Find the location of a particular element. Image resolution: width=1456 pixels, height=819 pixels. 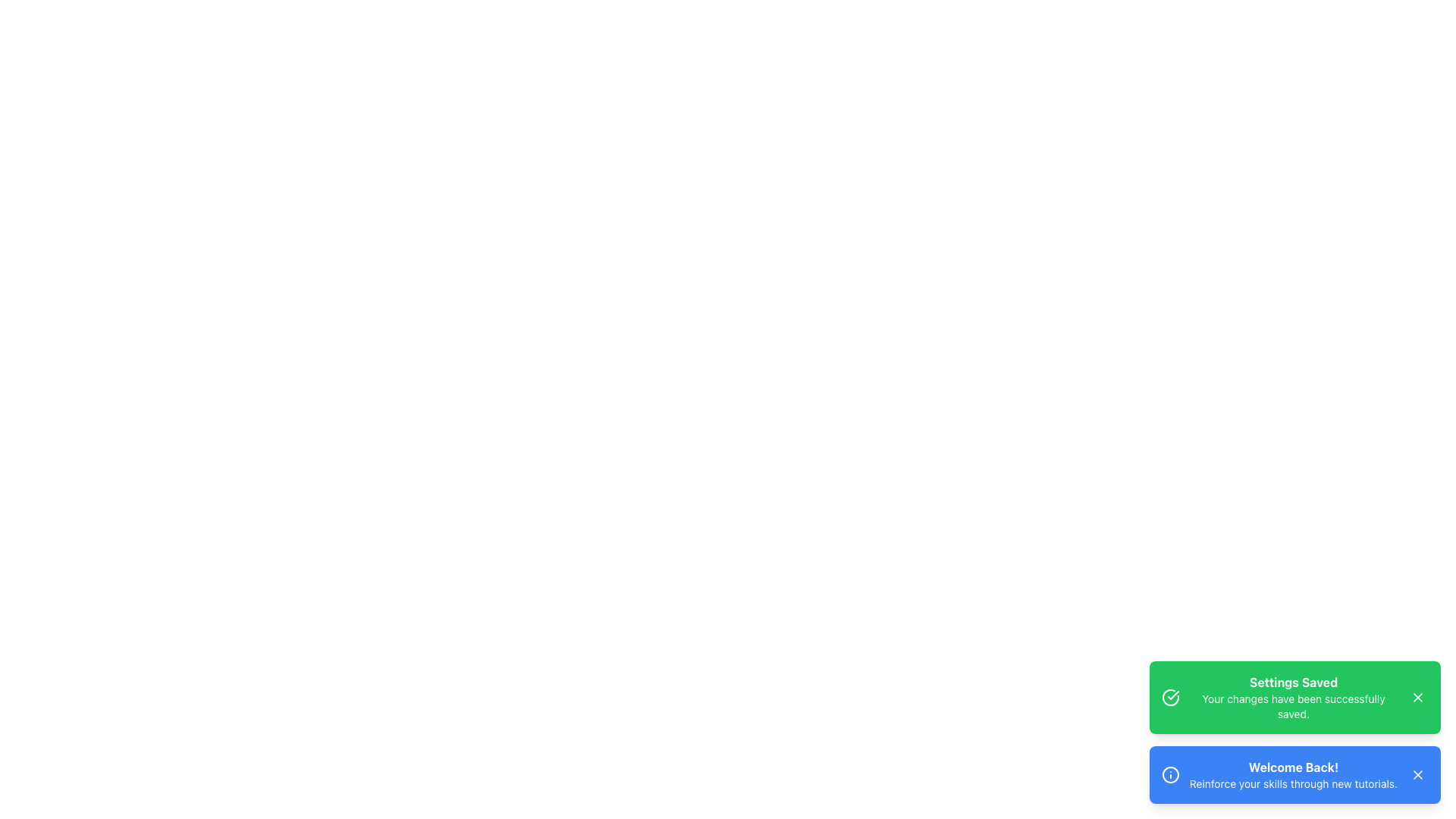

the static text message that reads 'Your changes have been successfully saved.' which is displayed in small font with a green background and white text, located centrally within the notification card beneath the title 'Settings Saved.' is located at coordinates (1292, 707).